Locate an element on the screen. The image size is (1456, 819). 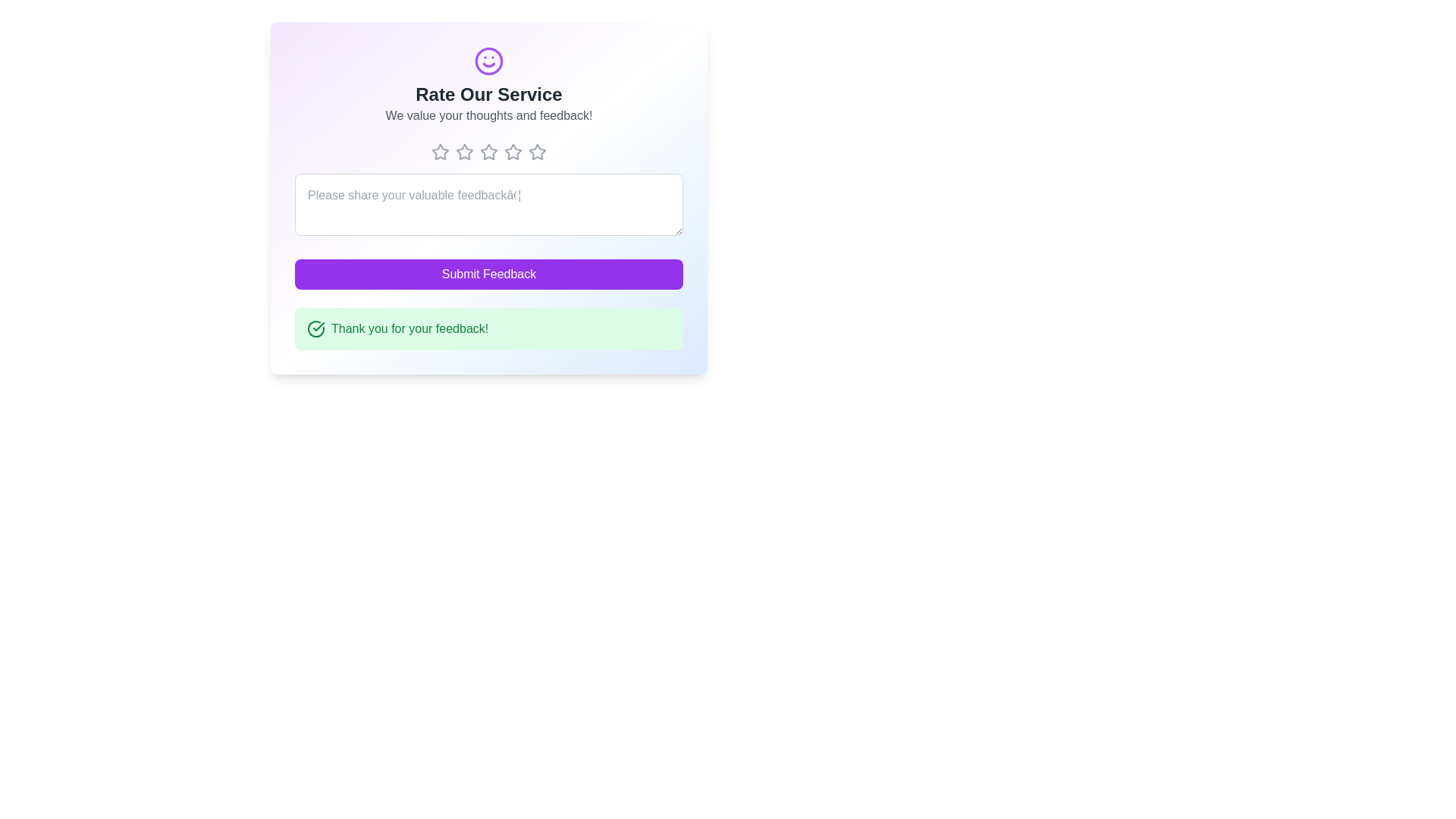
the fifth rating star icon in the 'Rate Our Service' section is located at coordinates (538, 152).